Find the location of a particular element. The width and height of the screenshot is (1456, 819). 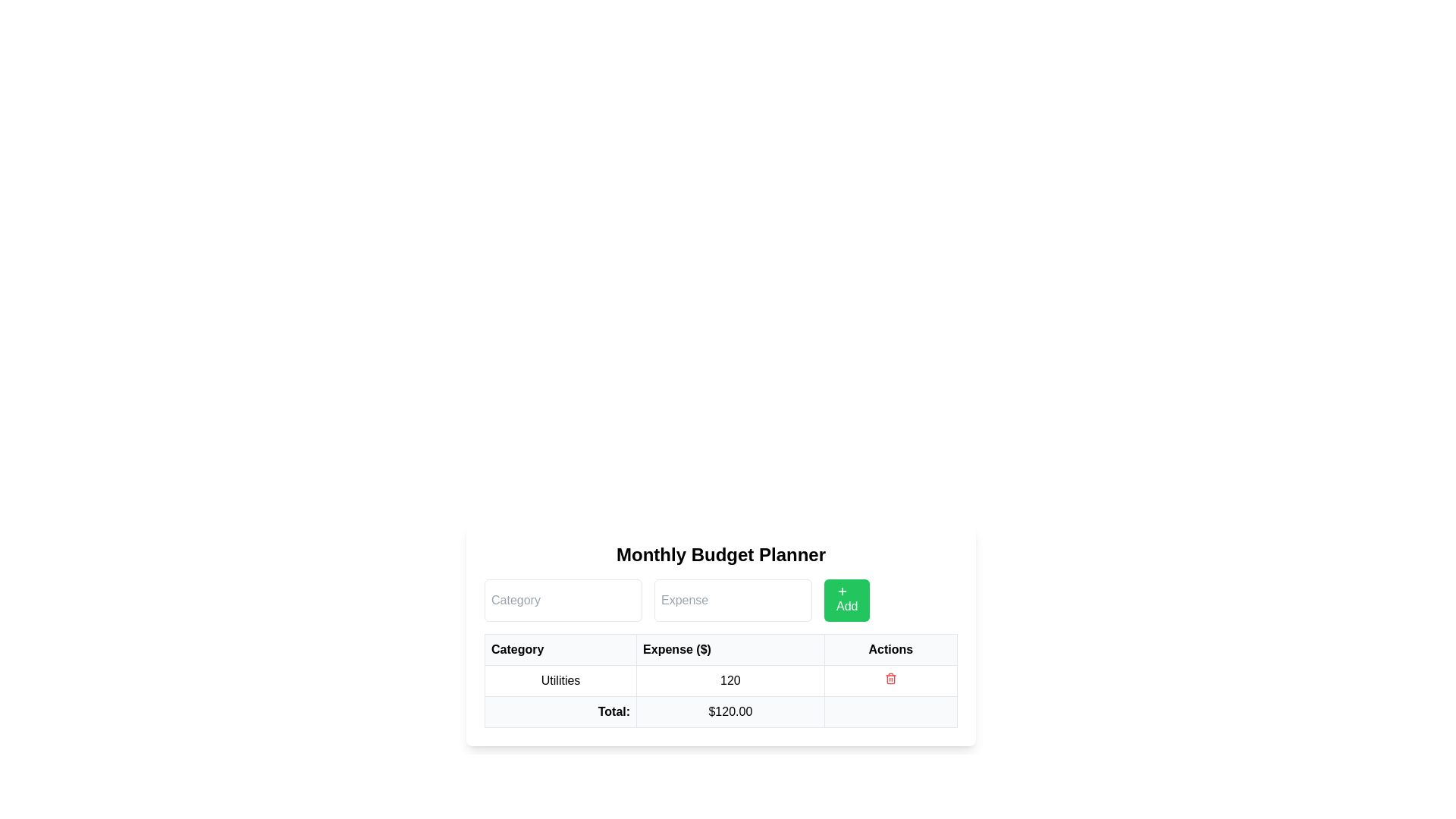

the rectangular placeholder in the 'Actions' column of the 'Total' row in the 'Monthly Budget Planner' interface, located at the bottom-right corner of the table is located at coordinates (890, 711).